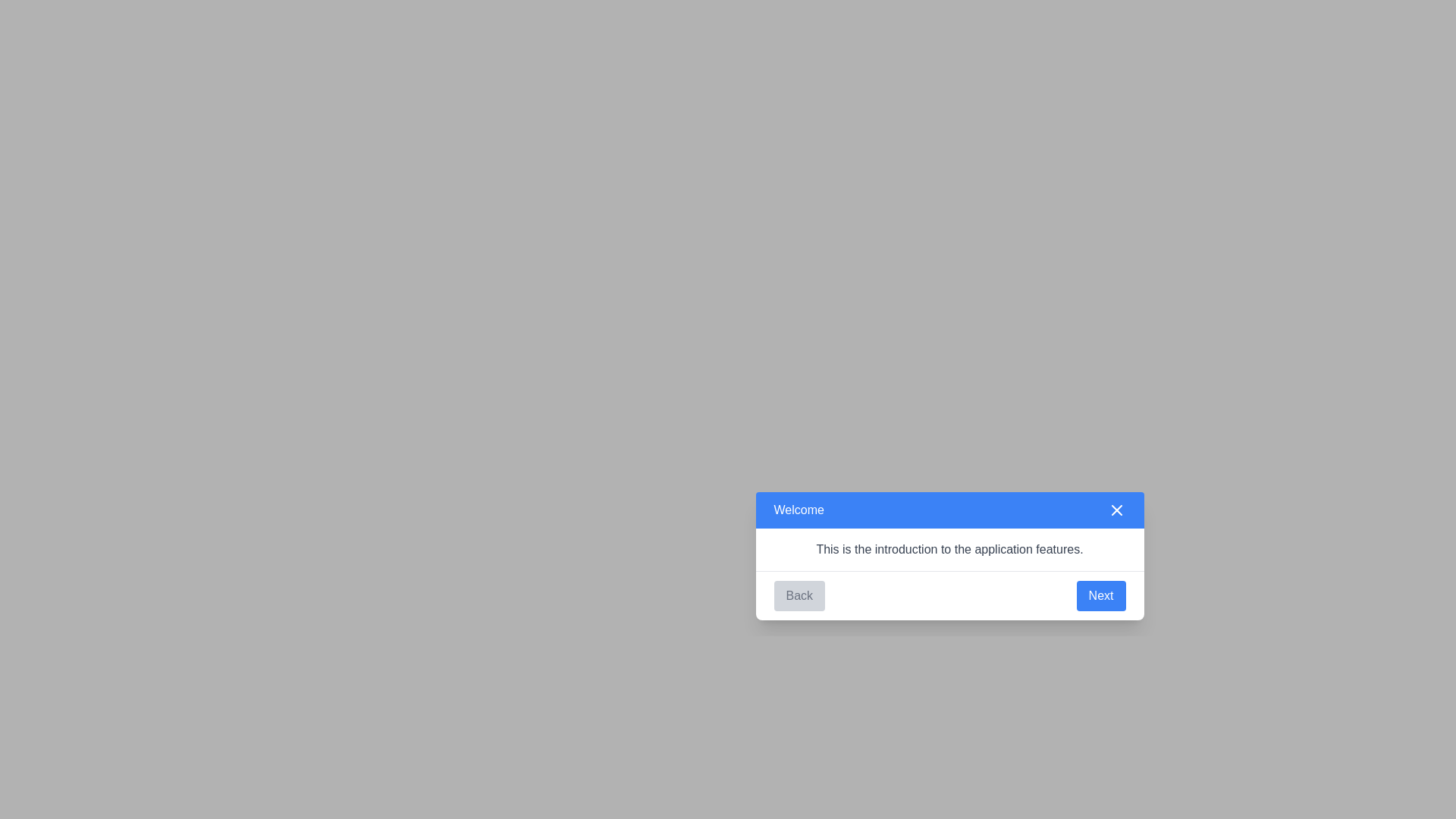 This screenshot has height=819, width=1456. I want to click on the 'Welcome' text label, which is styled in white font on a blue rectangular background, located at the top of the dialog box, so click(798, 510).